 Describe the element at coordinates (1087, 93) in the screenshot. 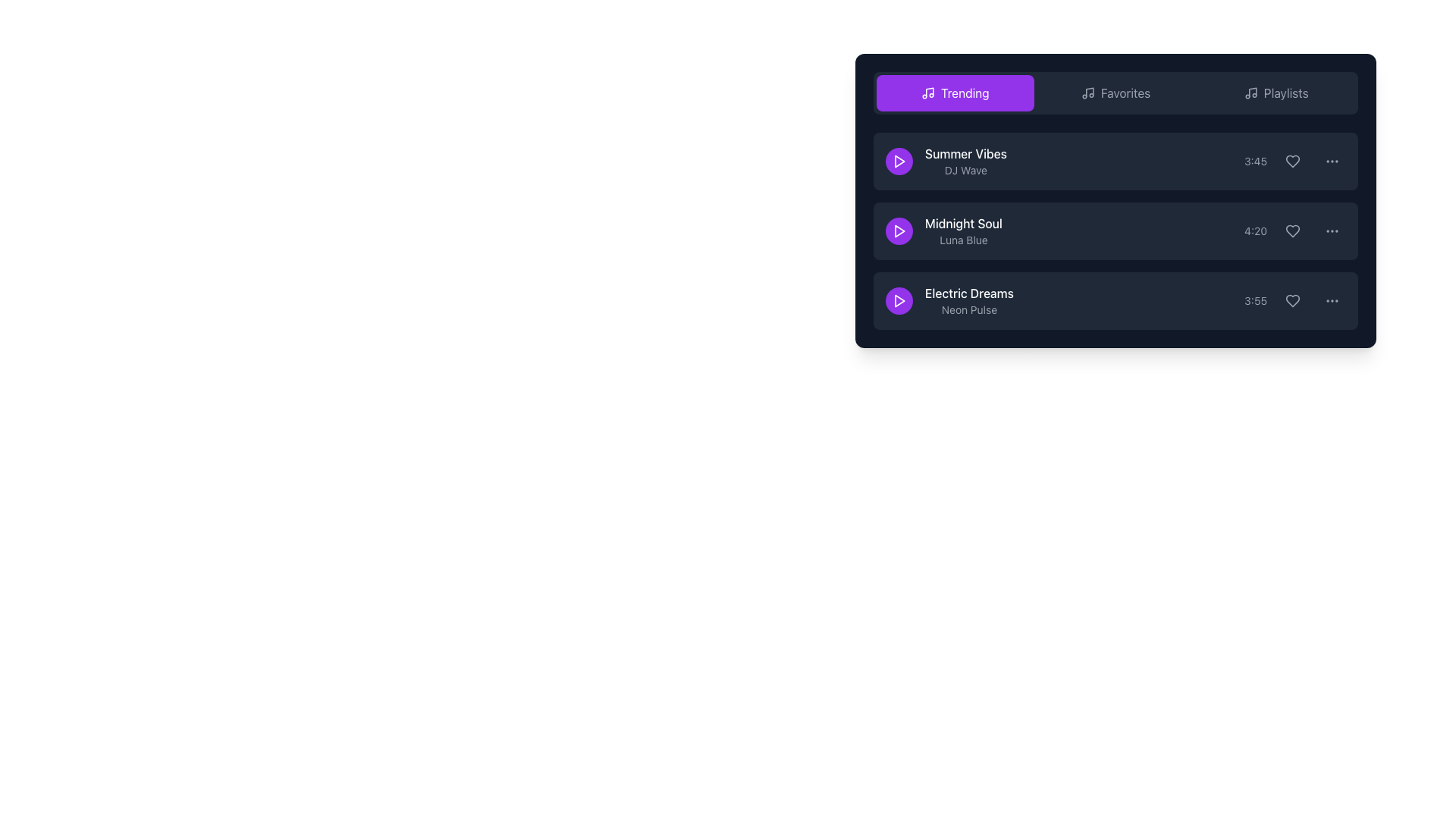

I see `the 'Favorites' icon located in the horizontal navigation bar, positioned between 'Trending' and 'Playlists'` at that location.